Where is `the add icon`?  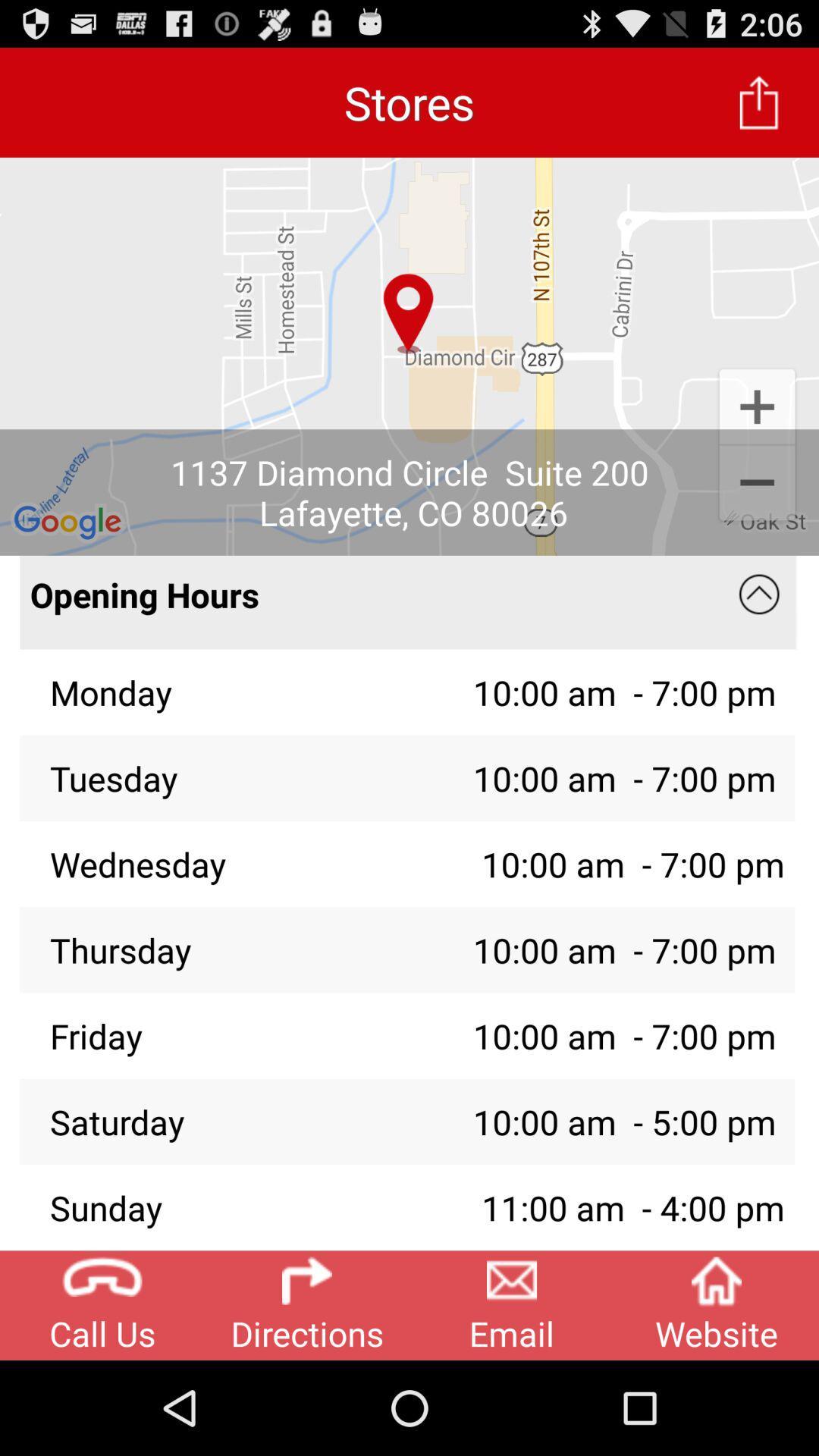 the add icon is located at coordinates (757, 433).